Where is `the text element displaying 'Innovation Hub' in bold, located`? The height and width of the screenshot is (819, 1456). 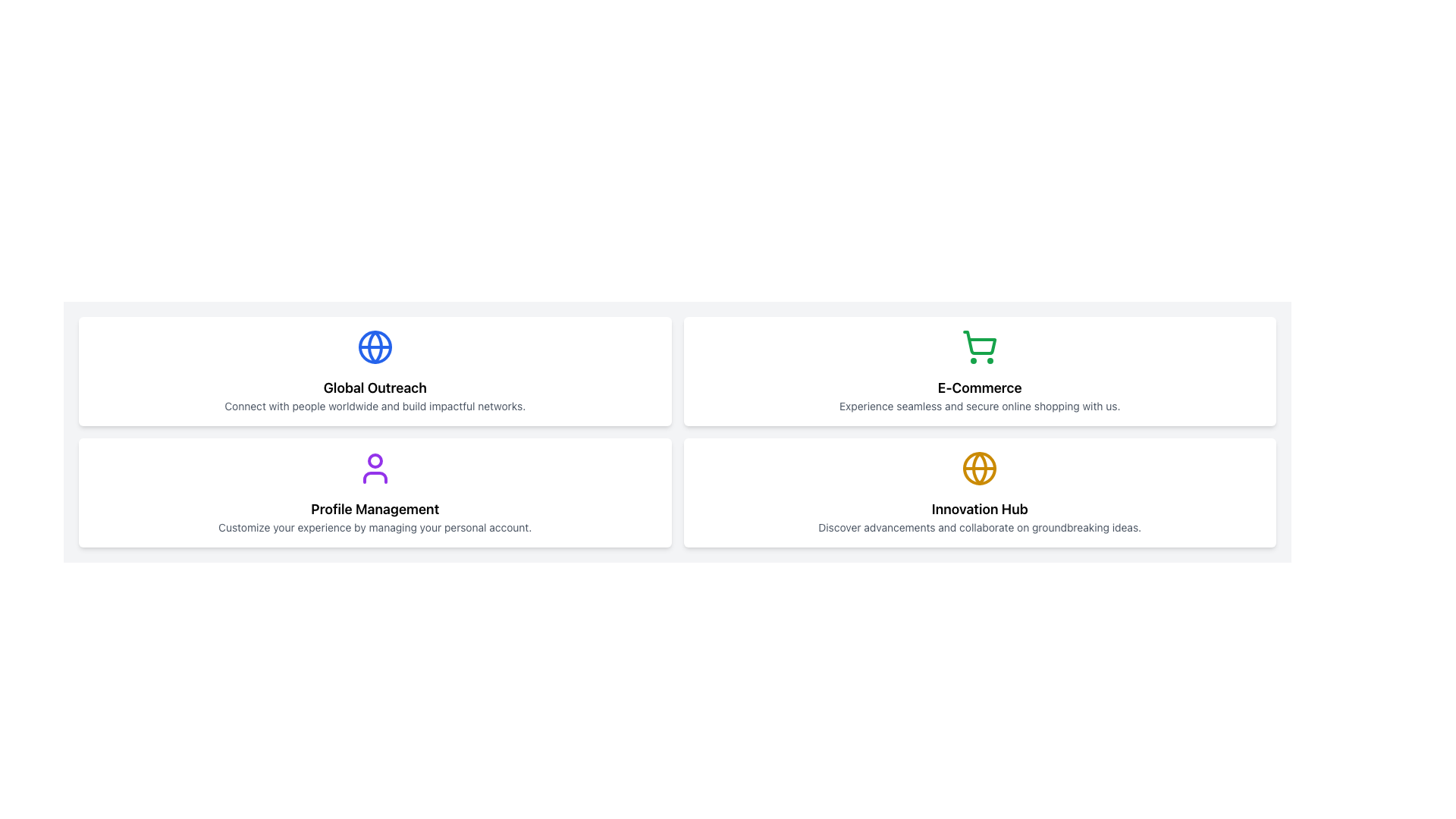 the text element displaying 'Innovation Hub' in bold, located is located at coordinates (980, 509).